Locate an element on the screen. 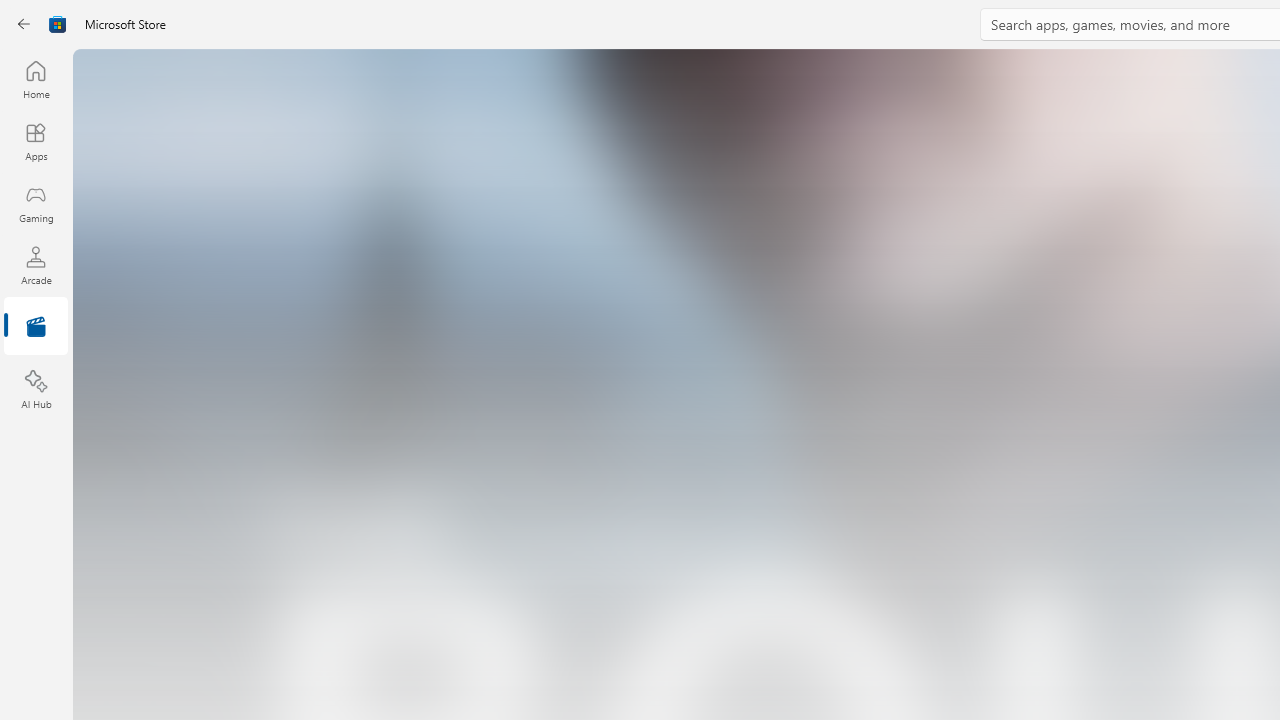 The height and width of the screenshot is (720, 1280). 'Apps' is located at coordinates (35, 140).